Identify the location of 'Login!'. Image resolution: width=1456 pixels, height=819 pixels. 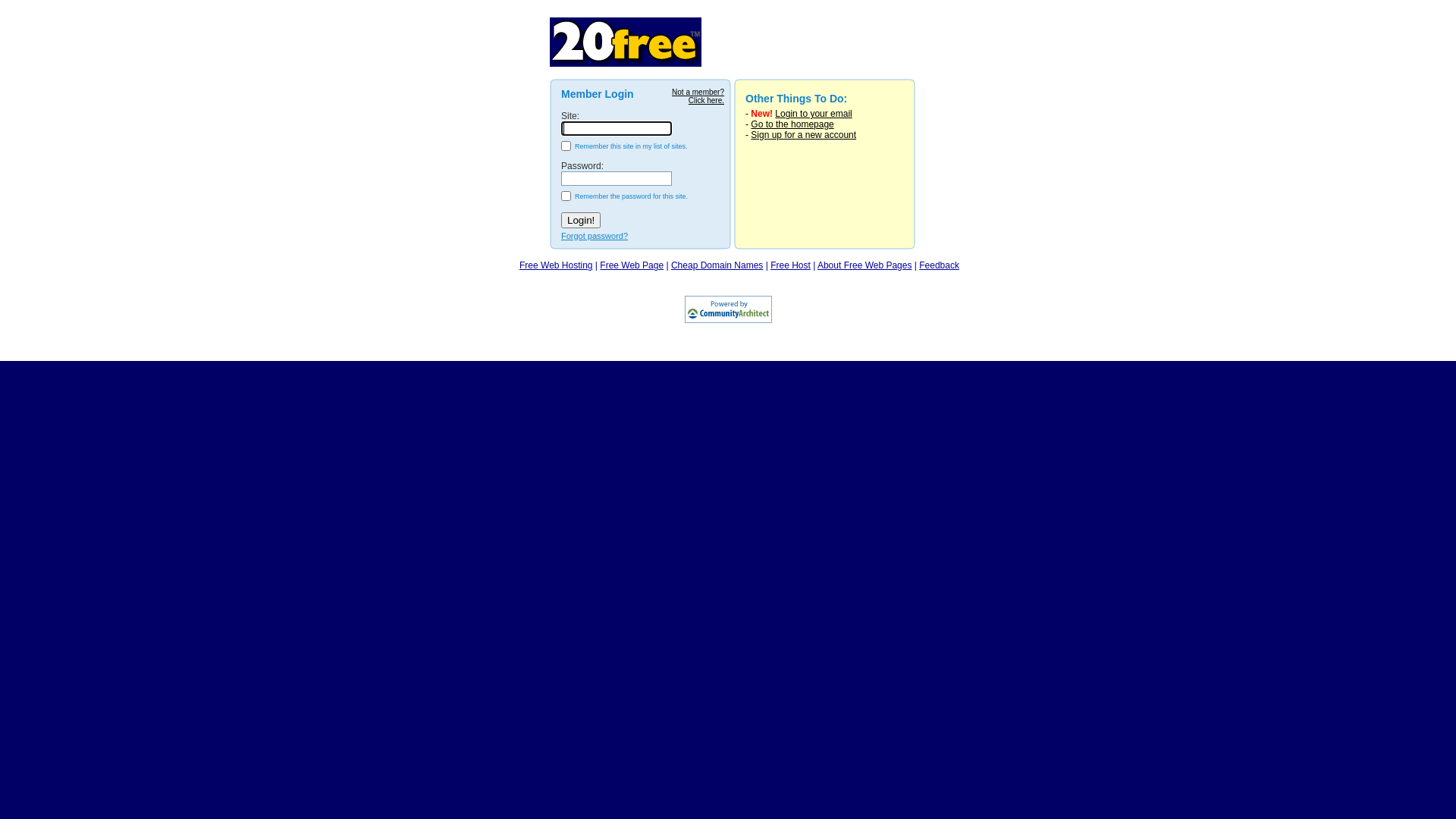
(580, 220).